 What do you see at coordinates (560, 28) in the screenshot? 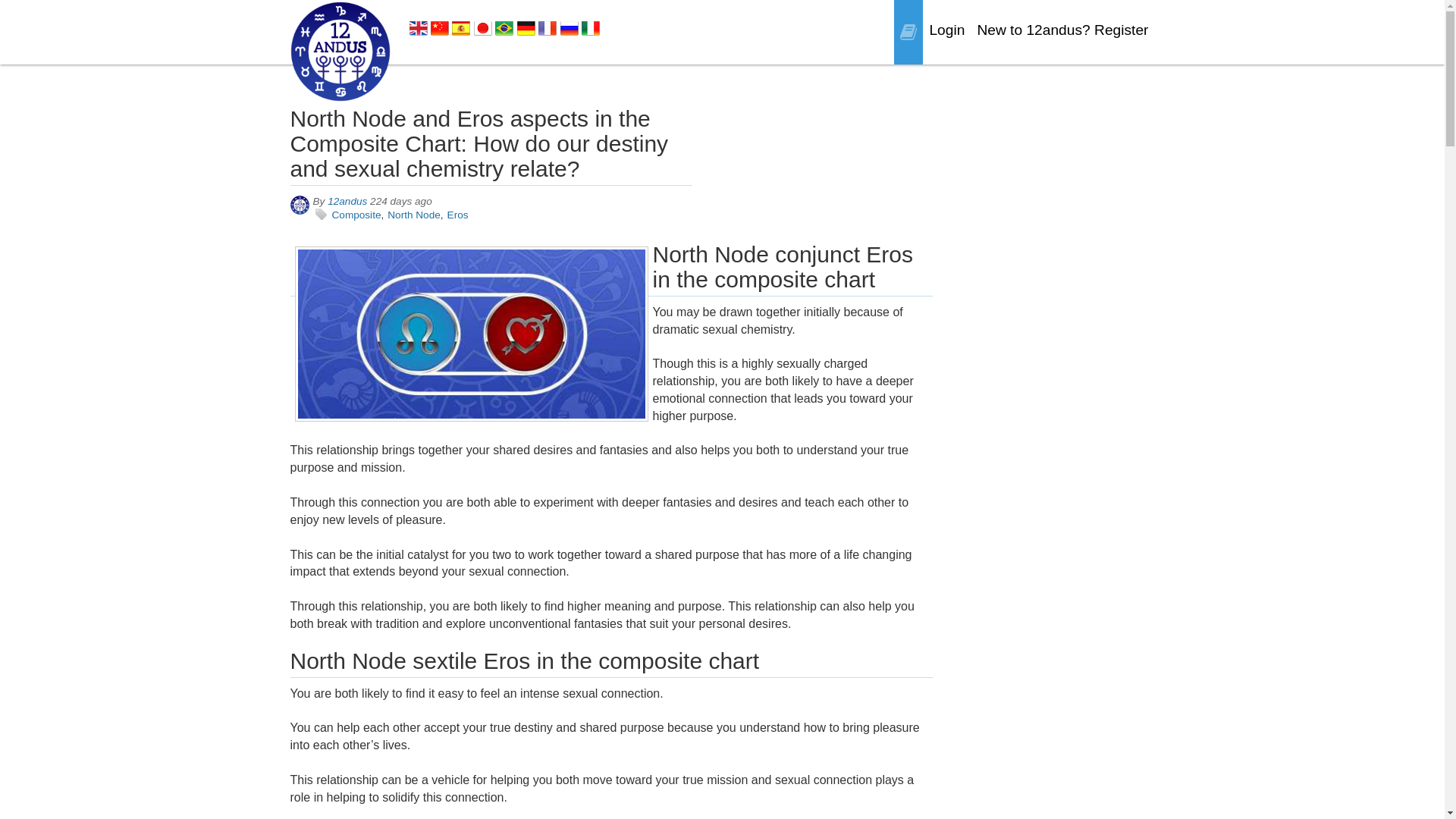
I see `'Russian'` at bounding box center [560, 28].